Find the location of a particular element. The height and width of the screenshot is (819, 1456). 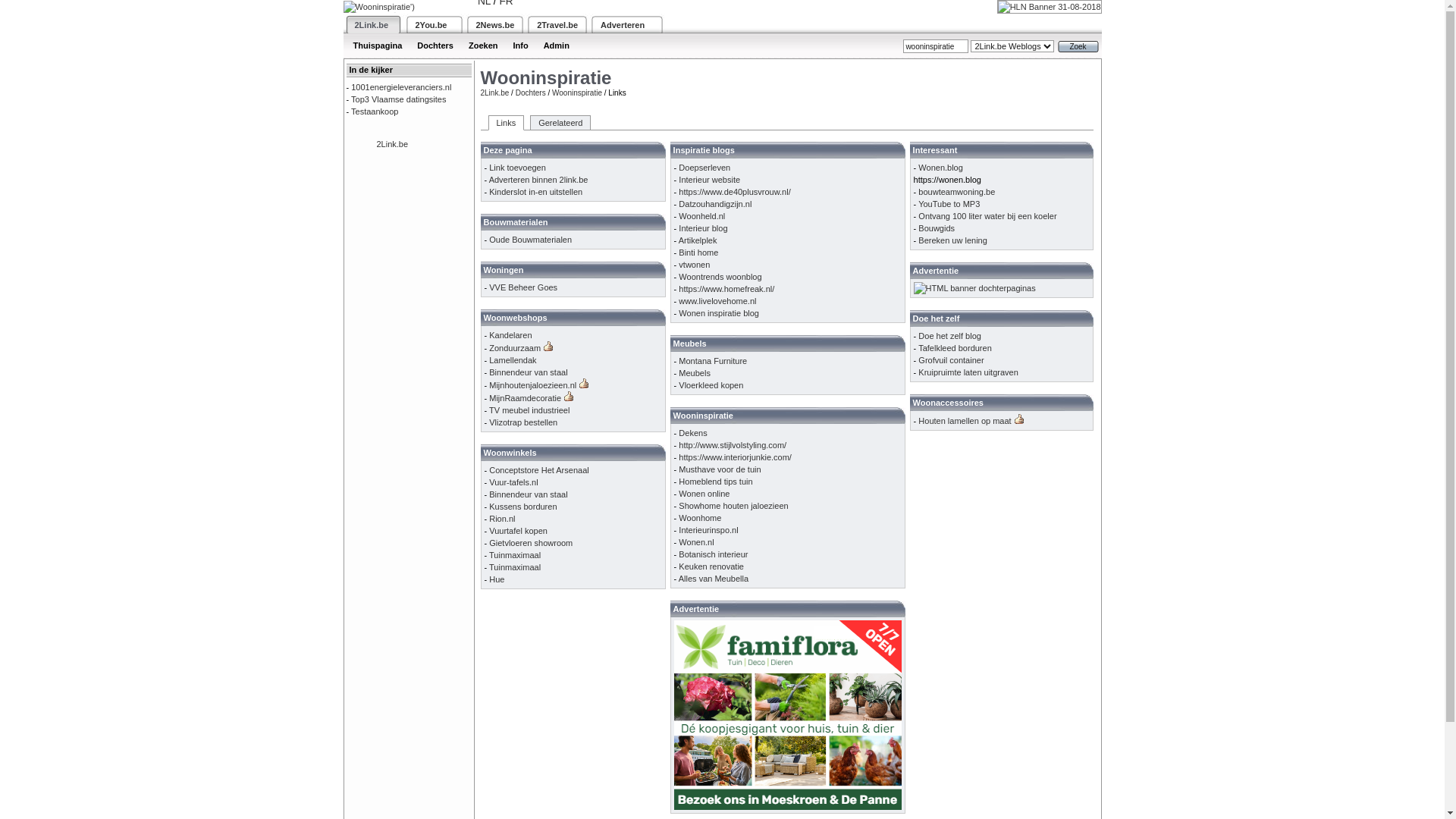

'Mijnhoutenjaloezieen.nl' is located at coordinates (532, 384).